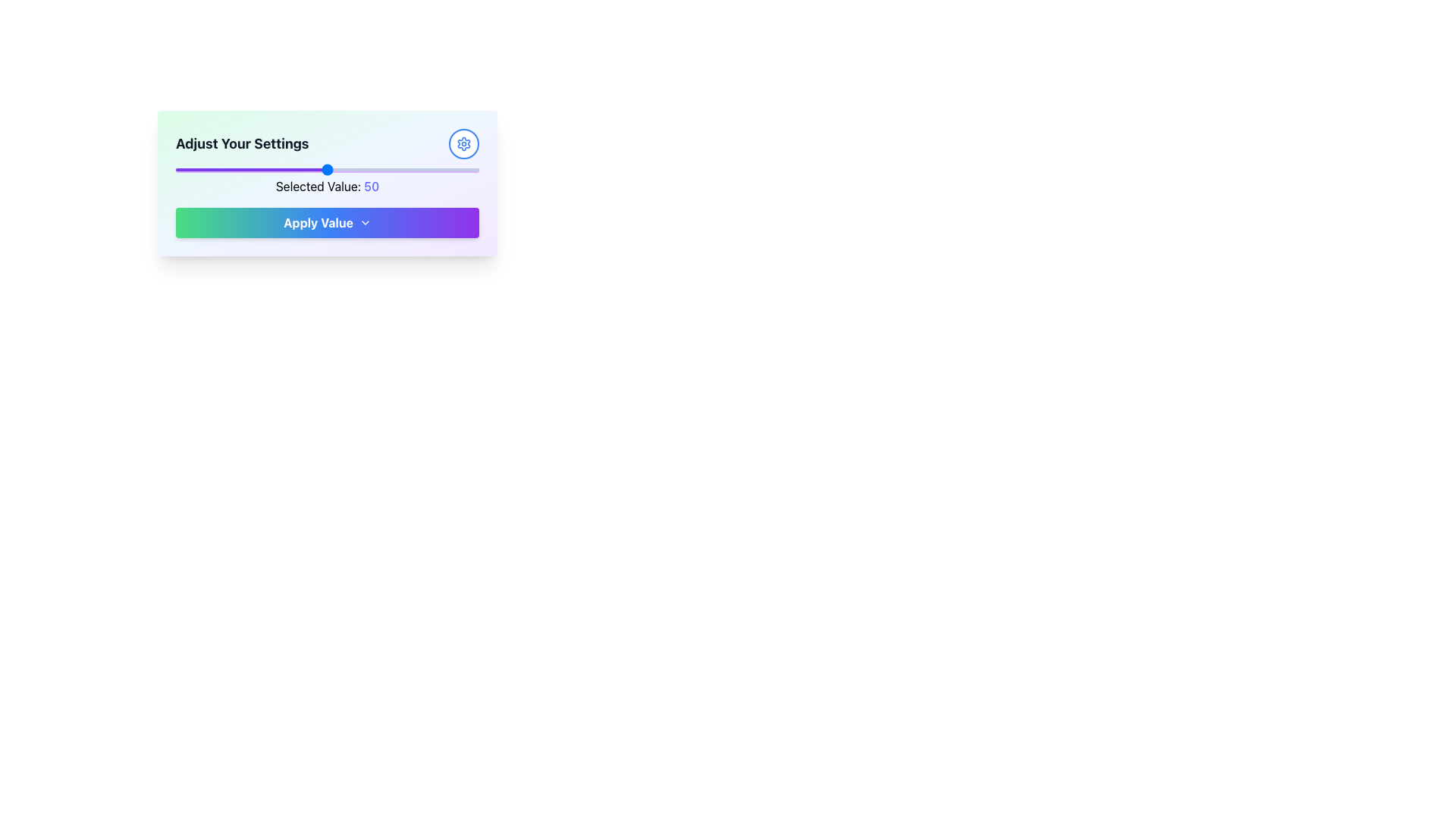  What do you see at coordinates (403, 169) in the screenshot?
I see `the slider` at bounding box center [403, 169].